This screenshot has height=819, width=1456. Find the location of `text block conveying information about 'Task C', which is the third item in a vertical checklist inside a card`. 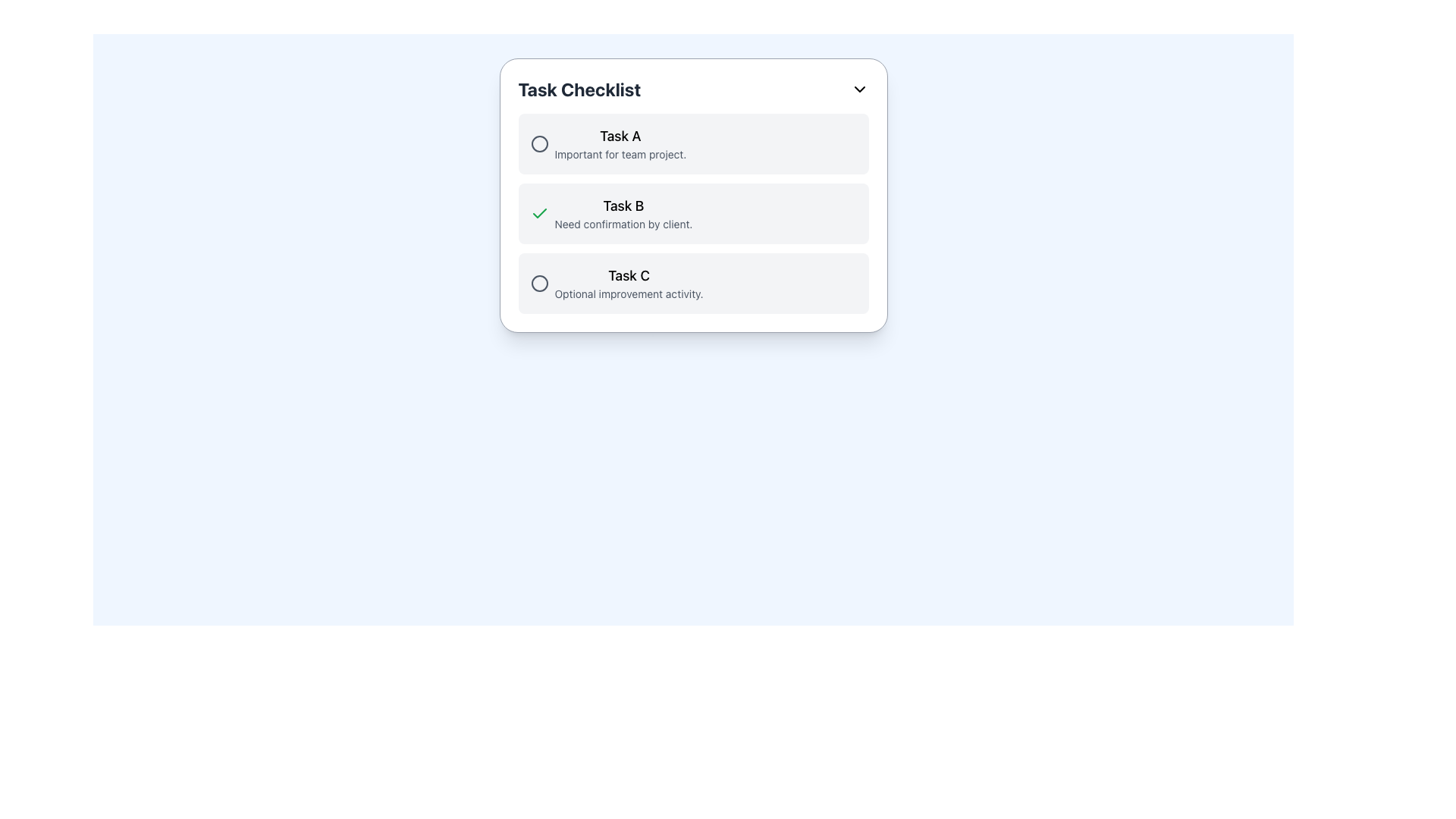

text block conveying information about 'Task C', which is the third item in a vertical checklist inside a card is located at coordinates (629, 284).